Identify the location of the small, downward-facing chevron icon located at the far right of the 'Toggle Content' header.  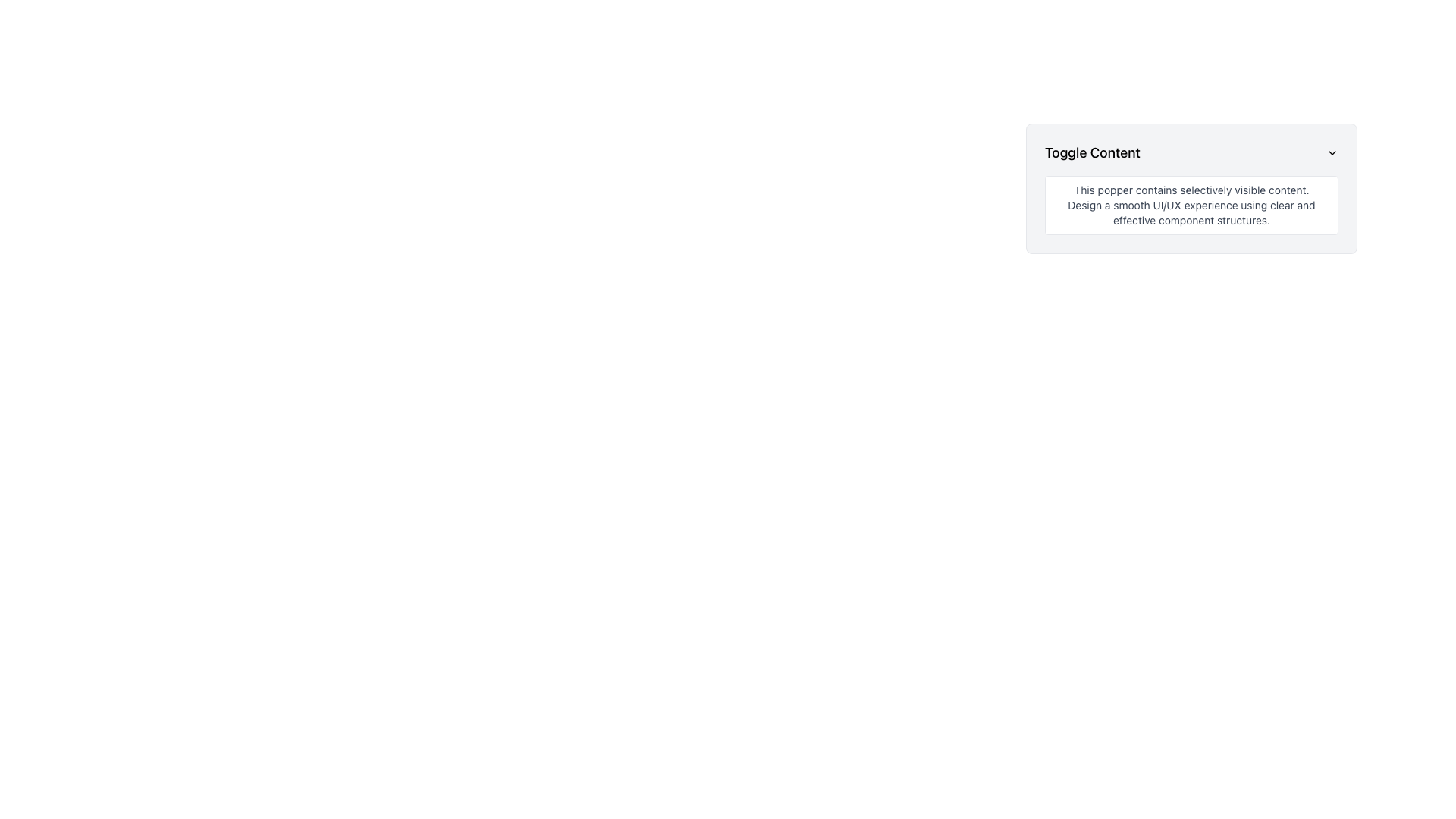
(1331, 152).